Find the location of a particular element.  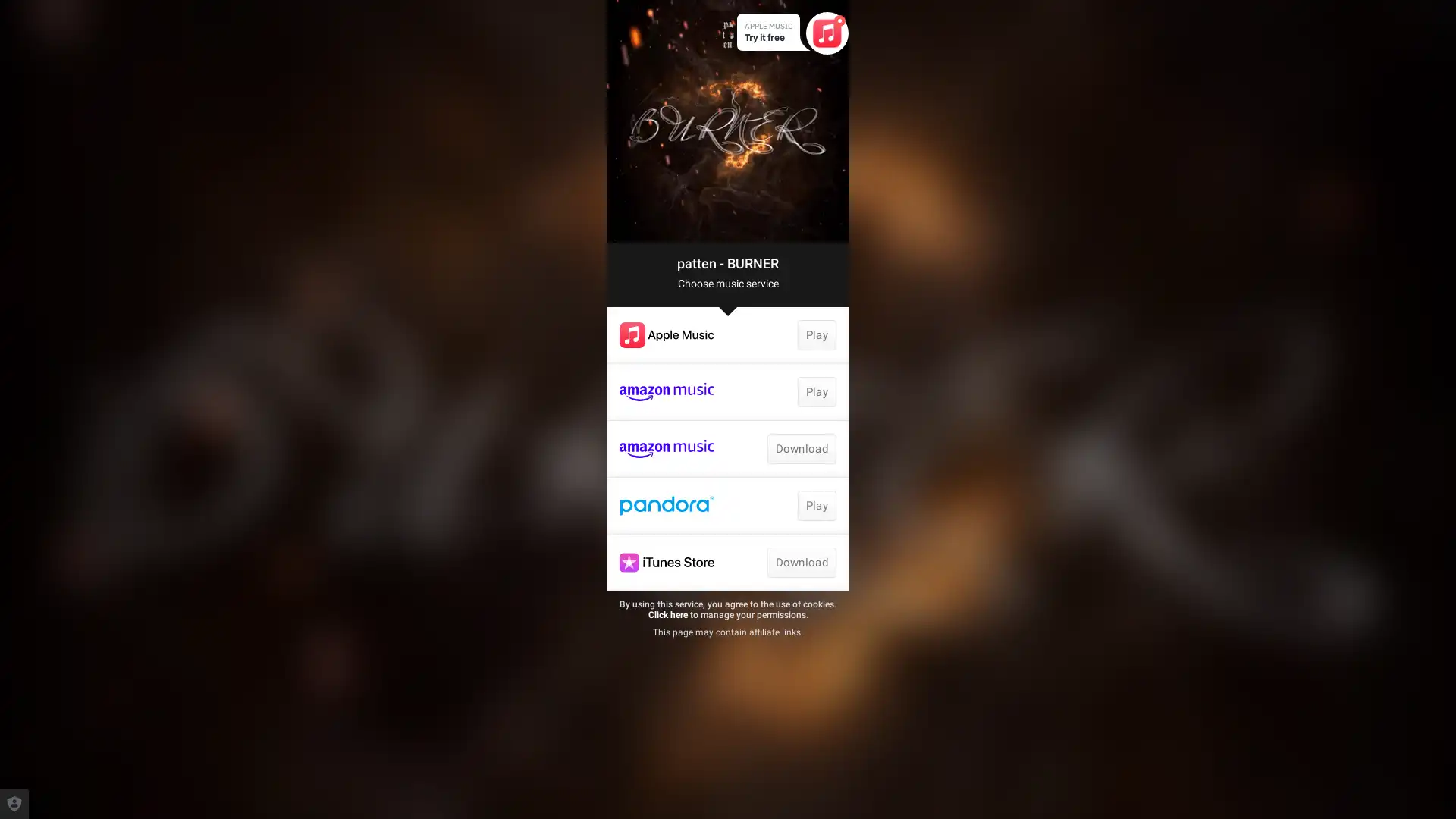

Play is located at coordinates (815, 334).